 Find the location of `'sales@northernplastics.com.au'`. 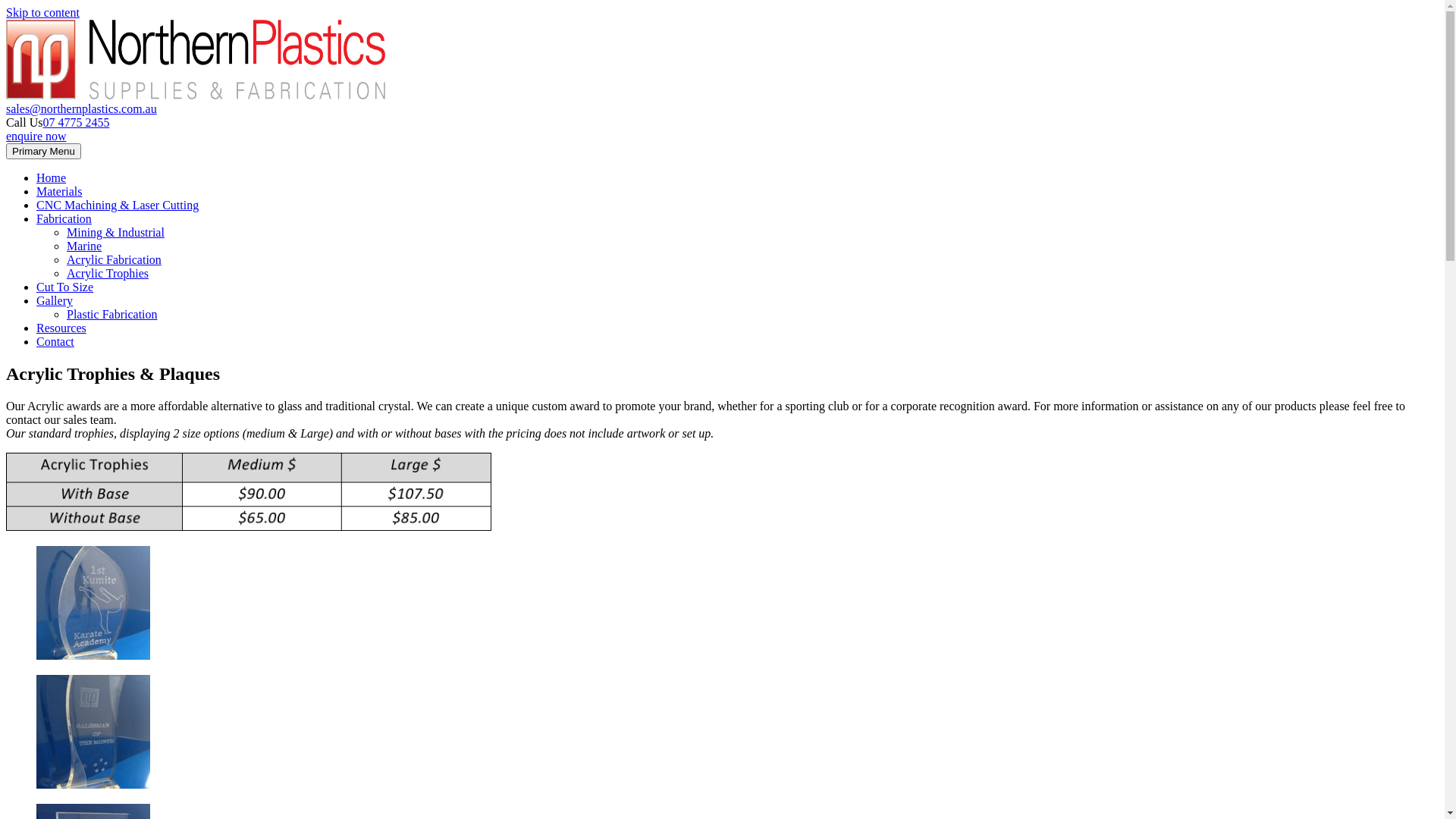

'sales@northernplastics.com.au' is located at coordinates (80, 108).